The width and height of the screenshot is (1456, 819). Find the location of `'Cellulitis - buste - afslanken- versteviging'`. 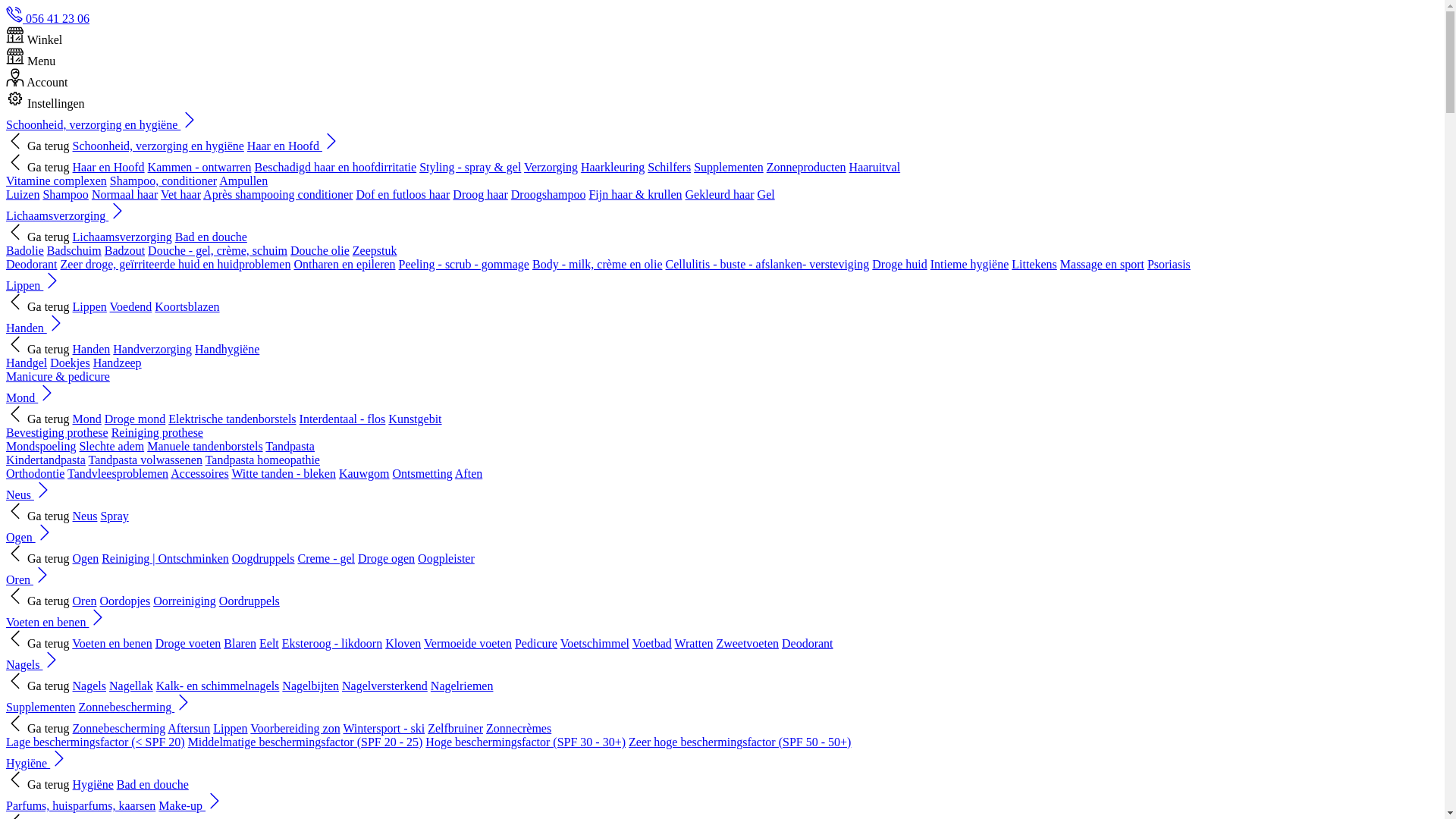

'Cellulitis - buste - afslanken- versteviging' is located at coordinates (767, 263).